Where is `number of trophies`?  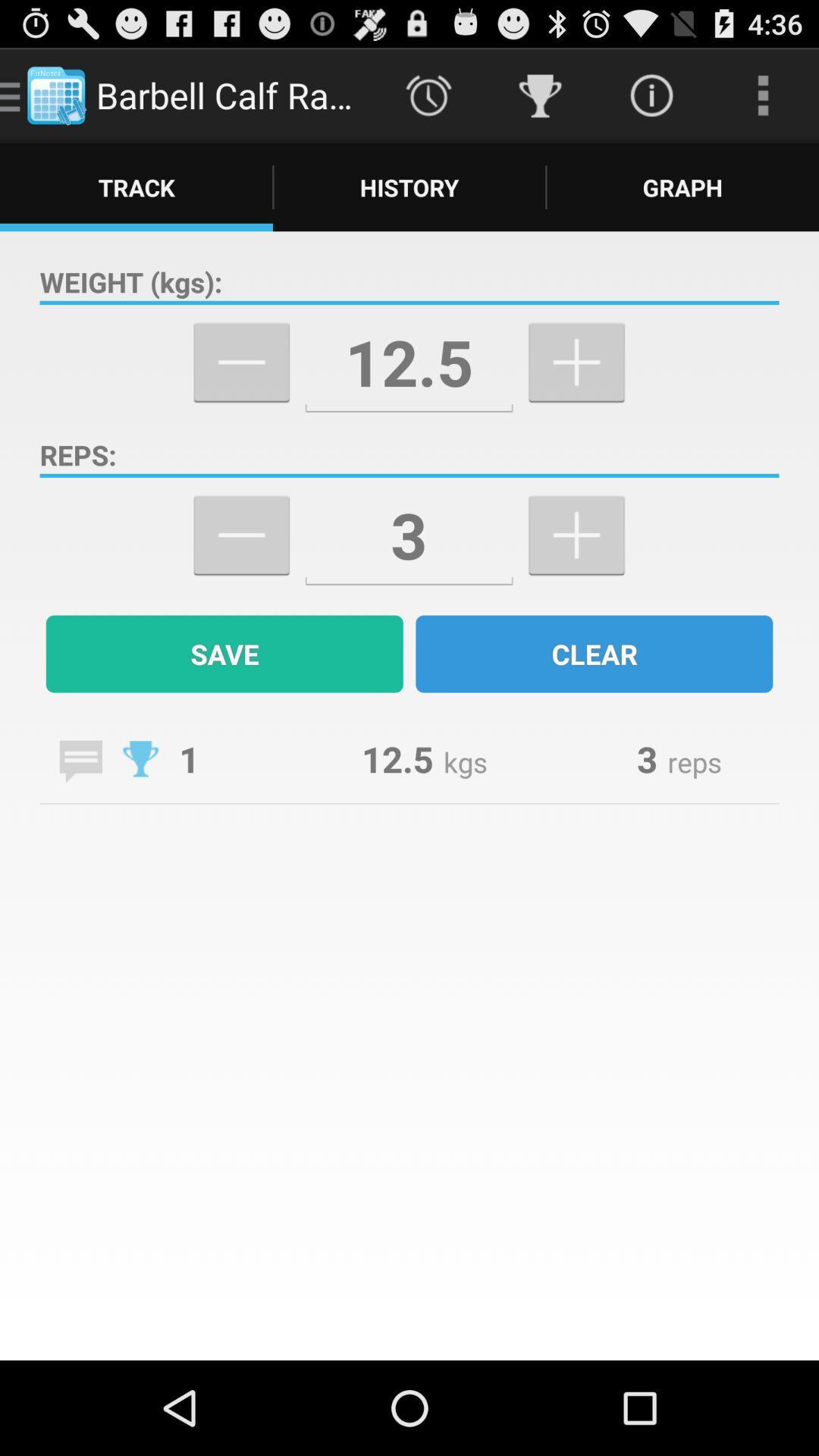 number of trophies is located at coordinates (140, 758).